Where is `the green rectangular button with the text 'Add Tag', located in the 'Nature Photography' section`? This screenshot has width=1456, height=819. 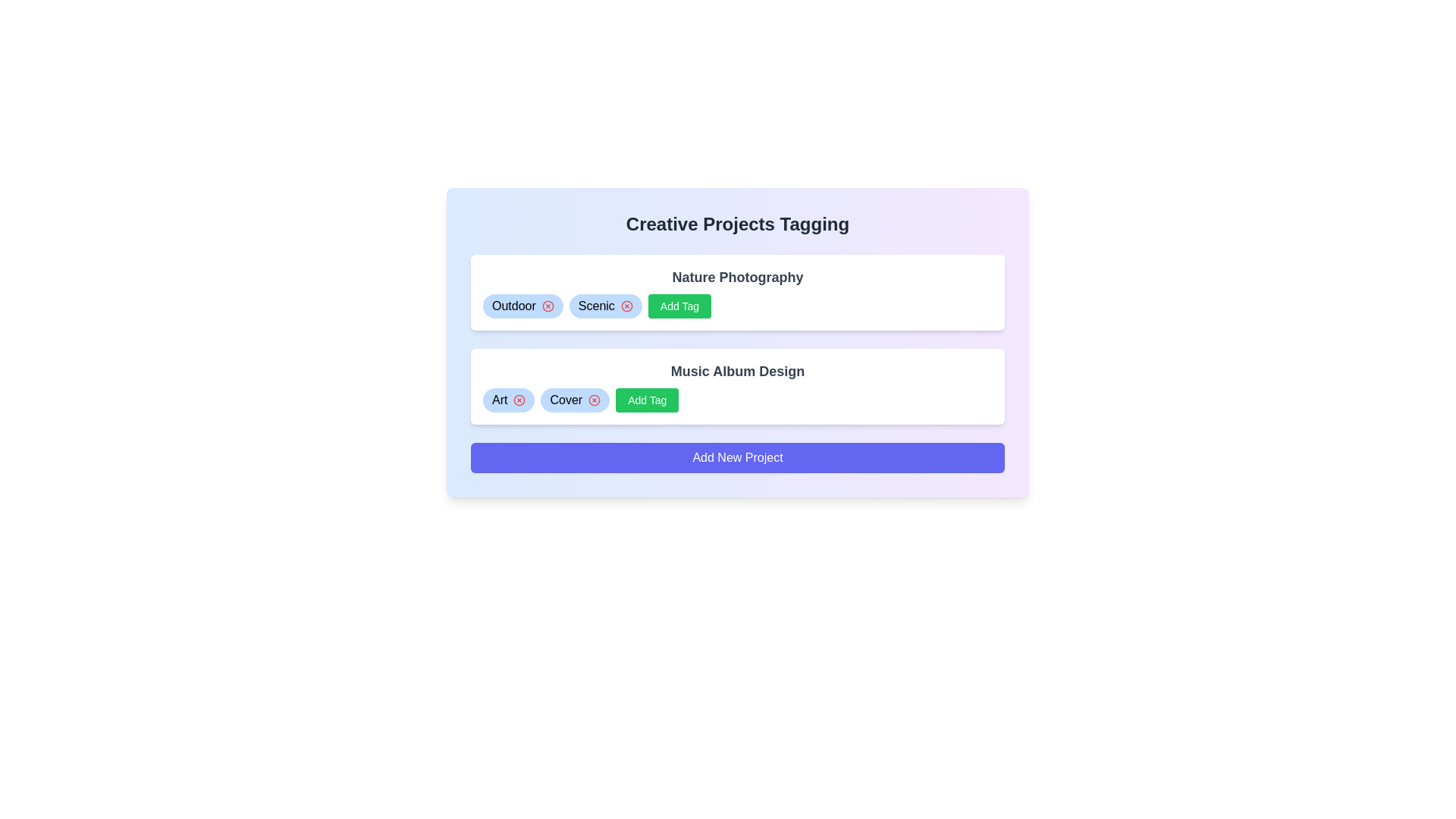
the green rectangular button with the text 'Add Tag', located in the 'Nature Photography' section is located at coordinates (679, 306).